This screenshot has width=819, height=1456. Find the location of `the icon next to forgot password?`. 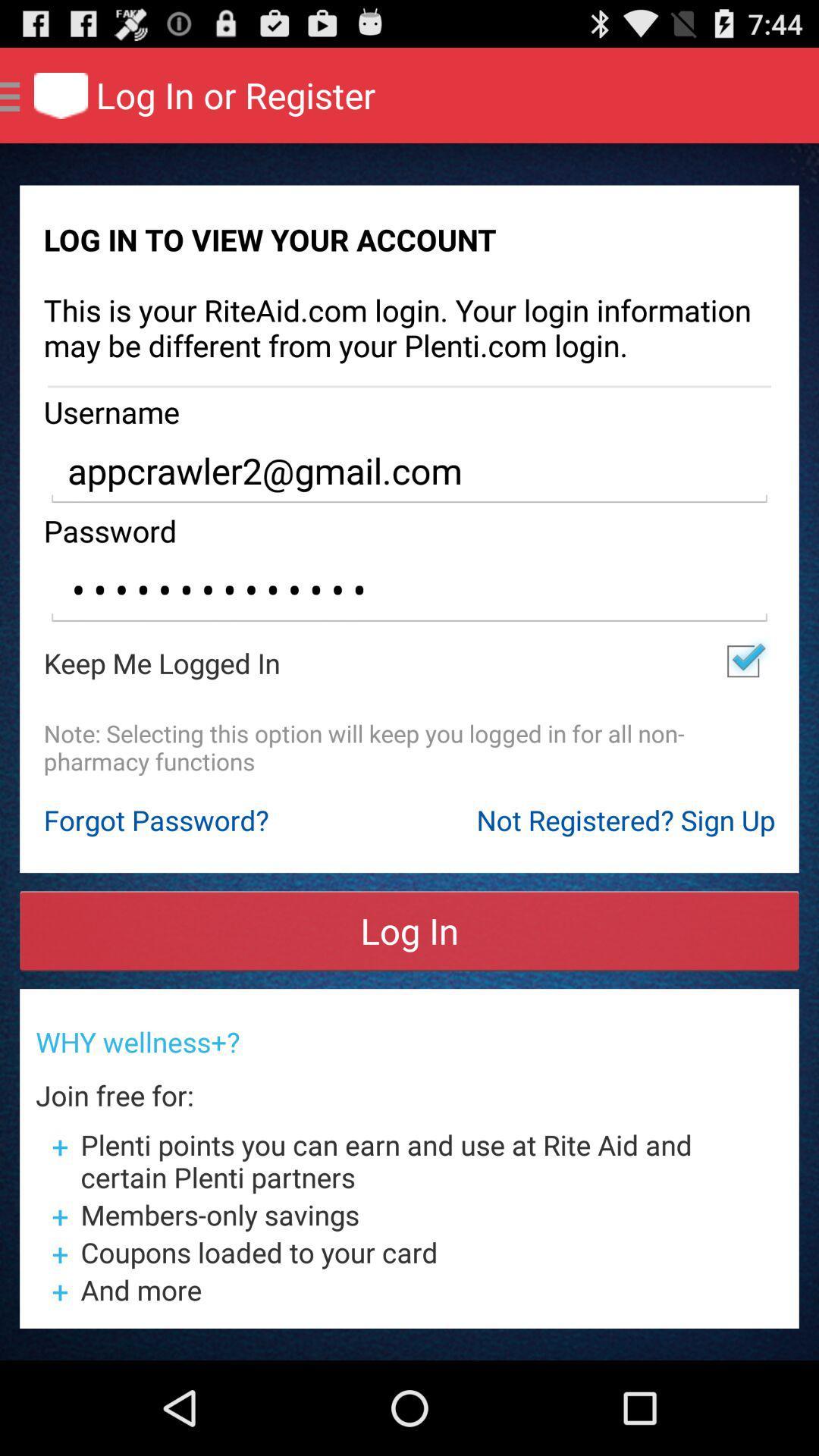

the icon next to forgot password? is located at coordinates (626, 819).